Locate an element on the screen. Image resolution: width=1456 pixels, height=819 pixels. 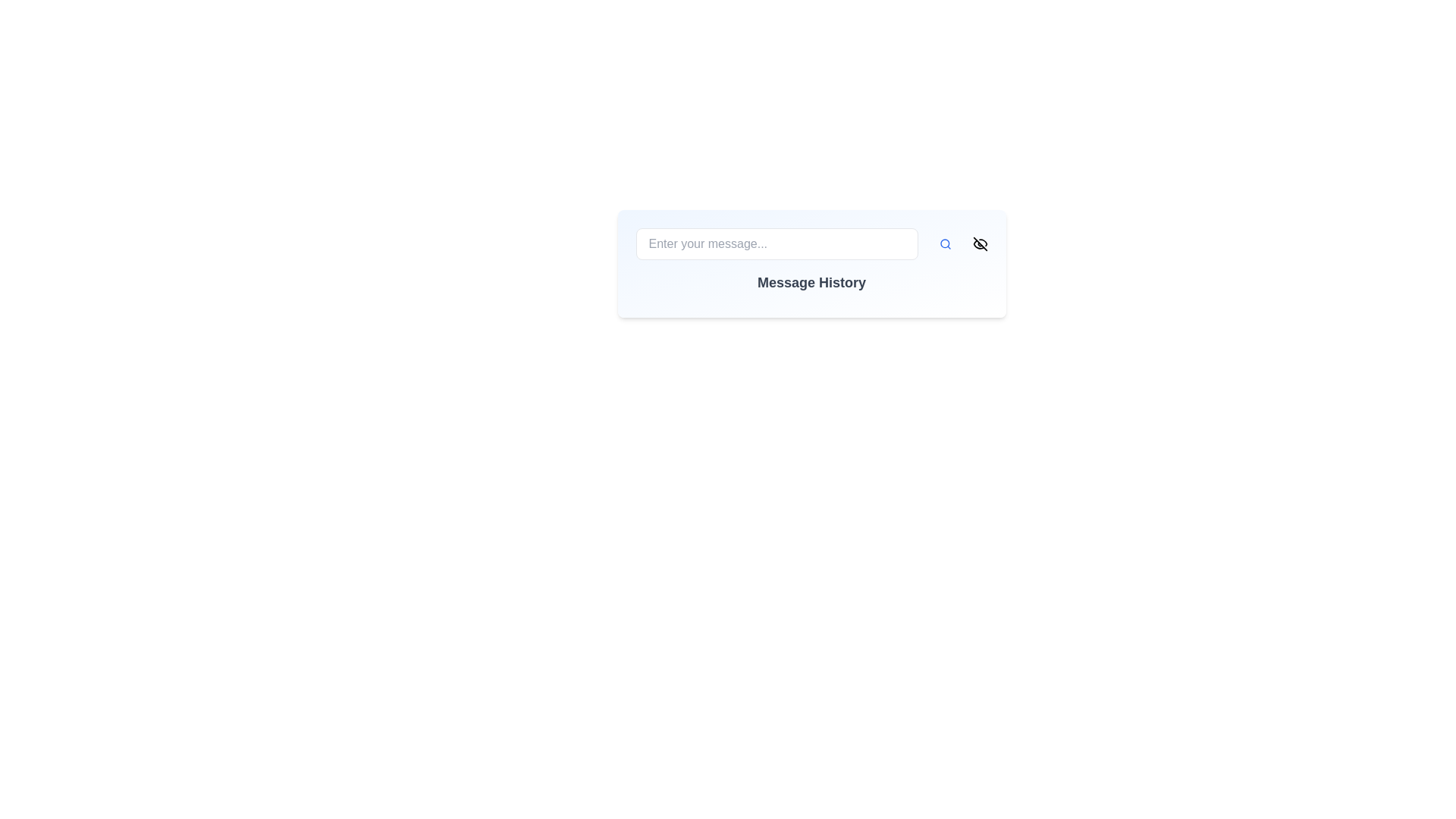
the blue magnifying glass icon located next to the right edge of the input field is located at coordinates (944, 243).